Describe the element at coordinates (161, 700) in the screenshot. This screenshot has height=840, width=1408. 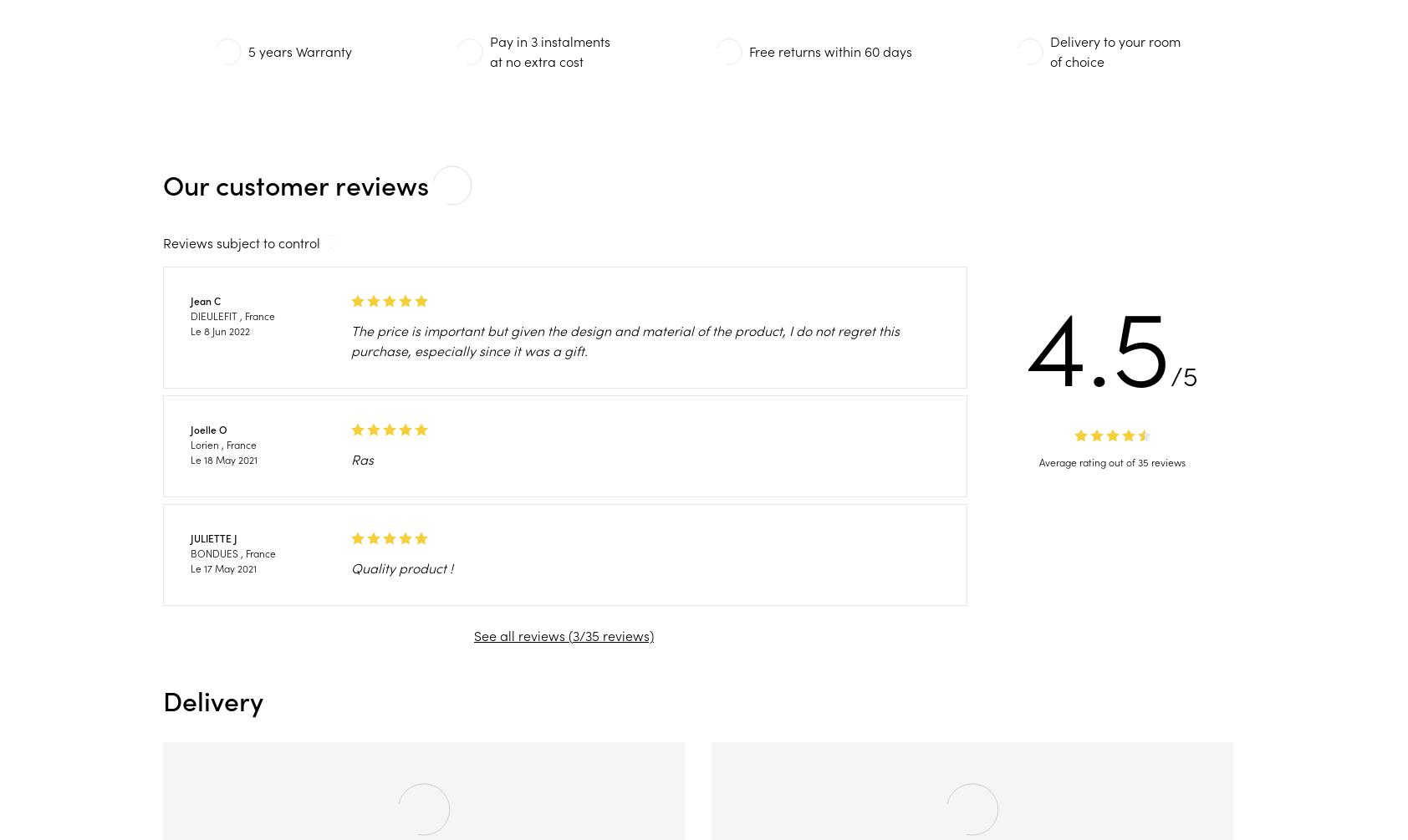
I see `'Delivery'` at that location.